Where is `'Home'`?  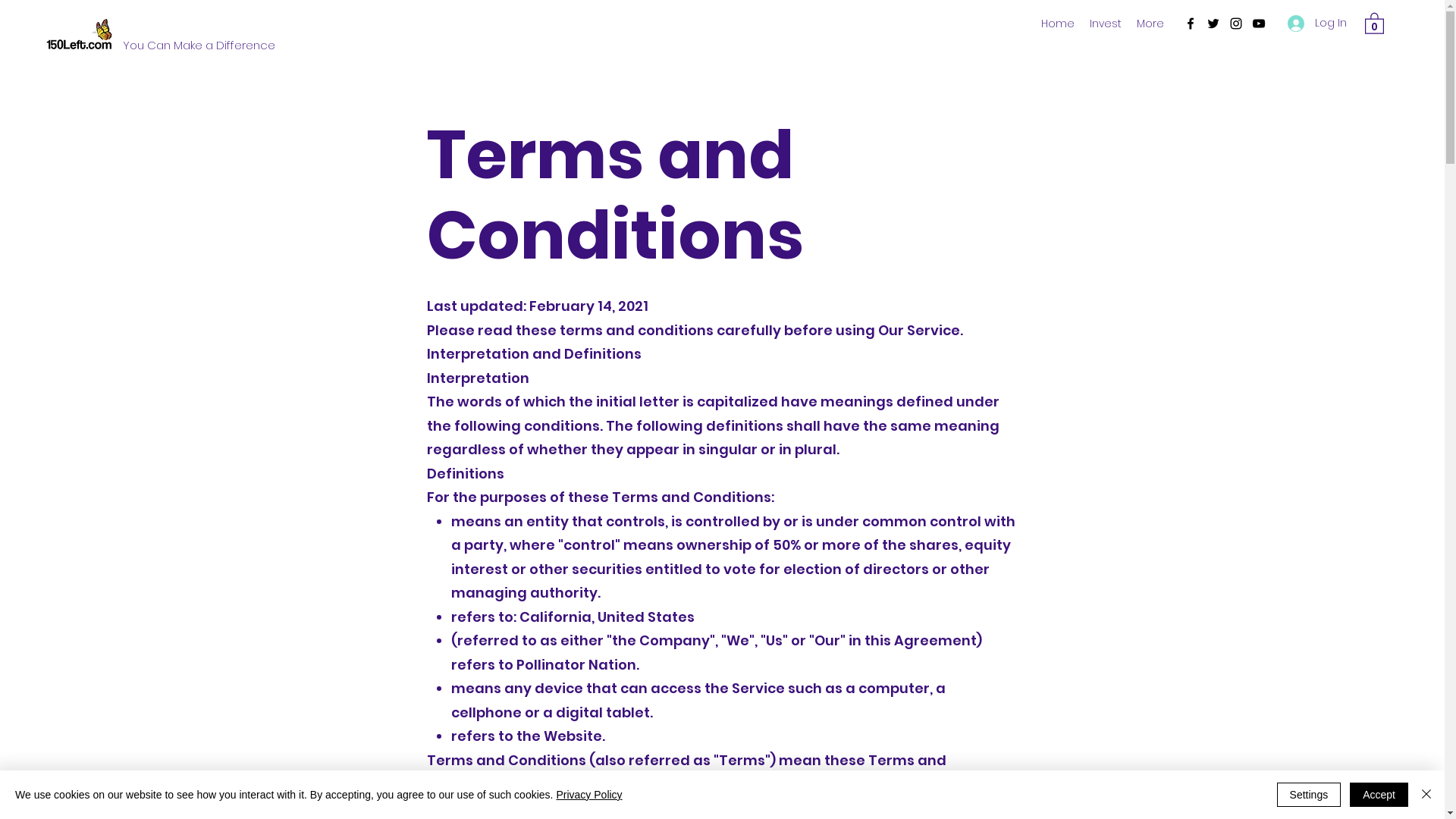 'Home' is located at coordinates (1057, 23).